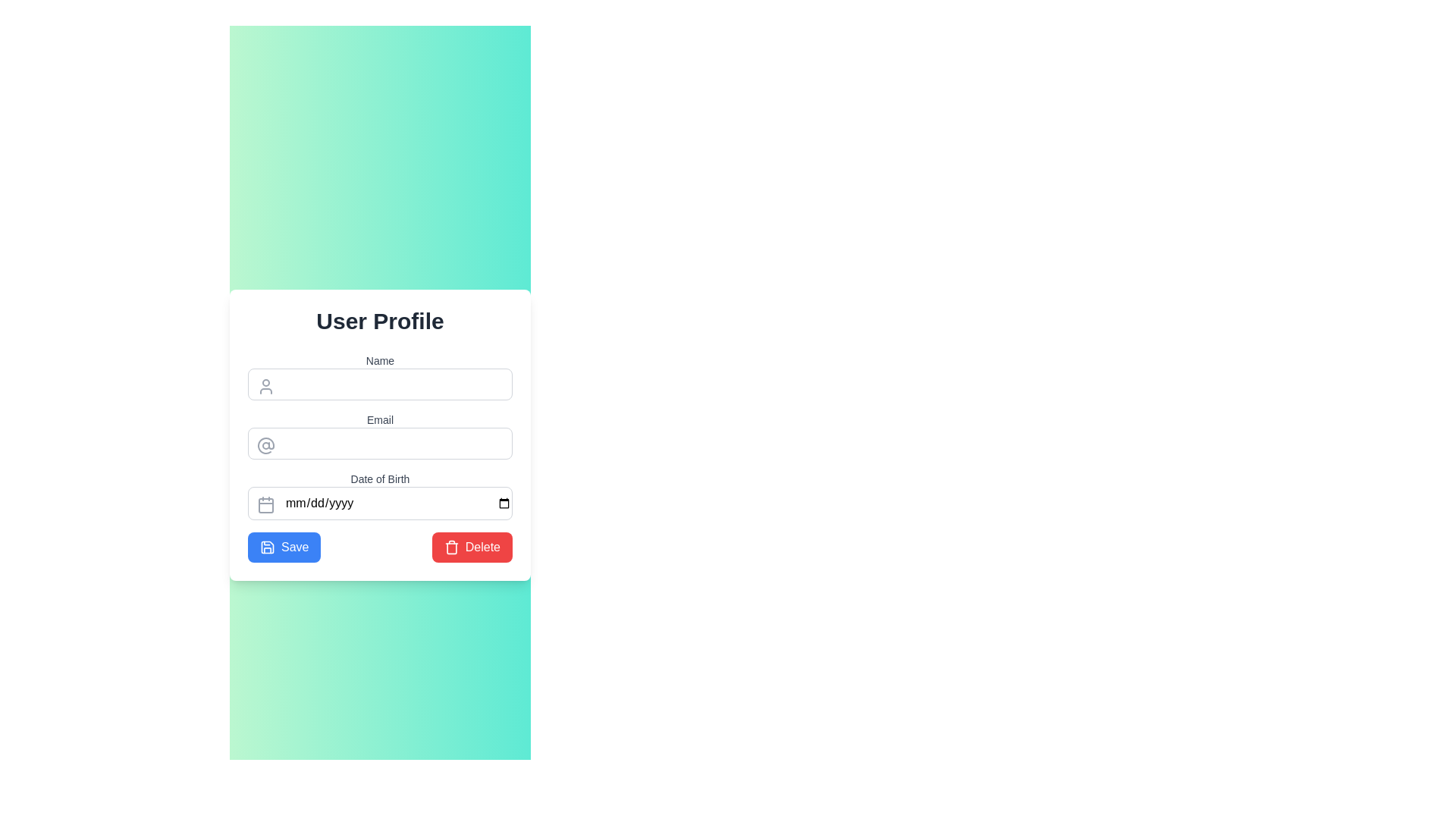 This screenshot has width=1456, height=819. I want to click on the text label that contains the content 'Name', which is positioned above the corresponding text input field in the user profile form, so click(380, 360).